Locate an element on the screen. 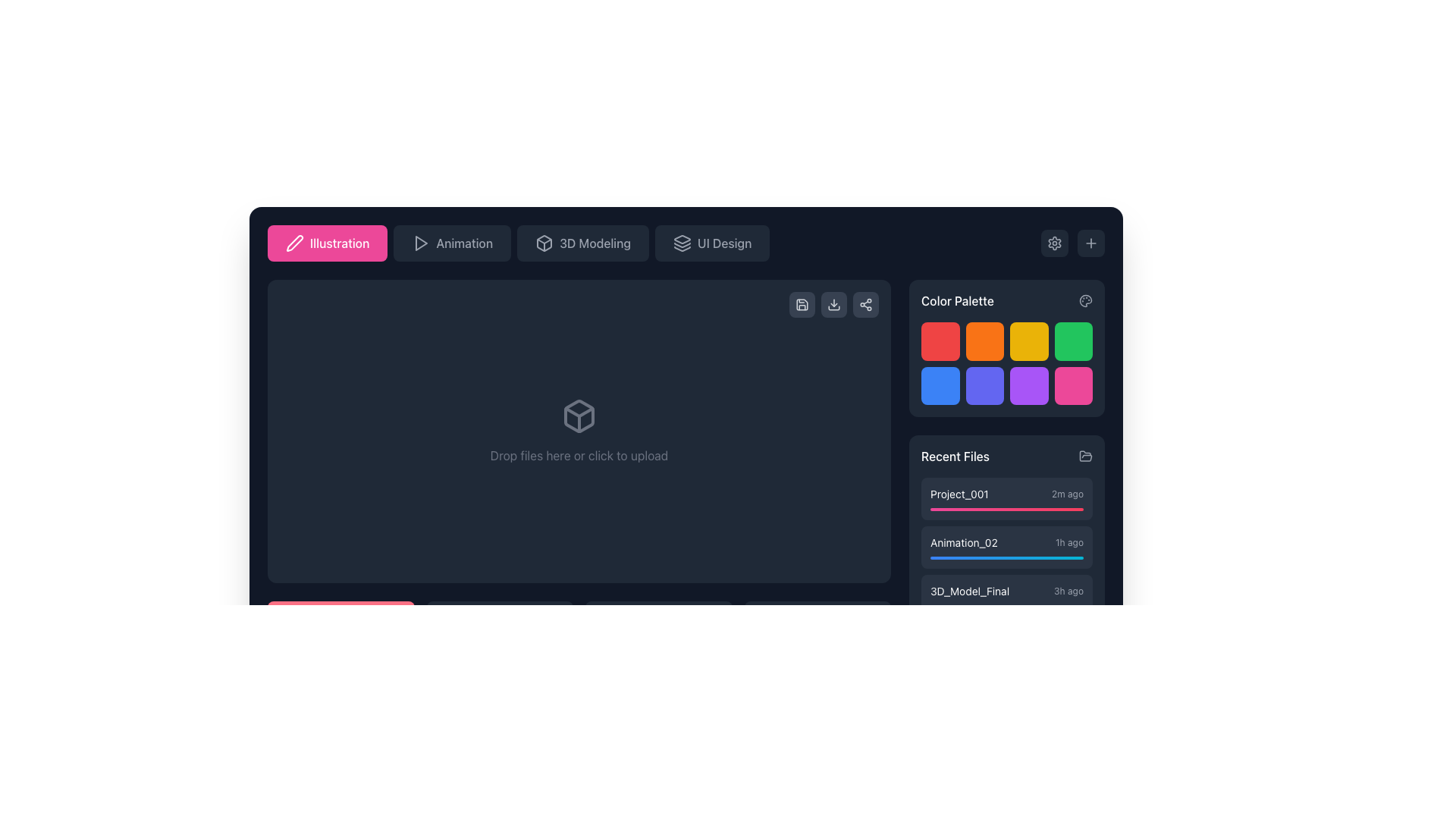  the 3D modeling button located in the horizontal navigation bar is located at coordinates (582, 242).